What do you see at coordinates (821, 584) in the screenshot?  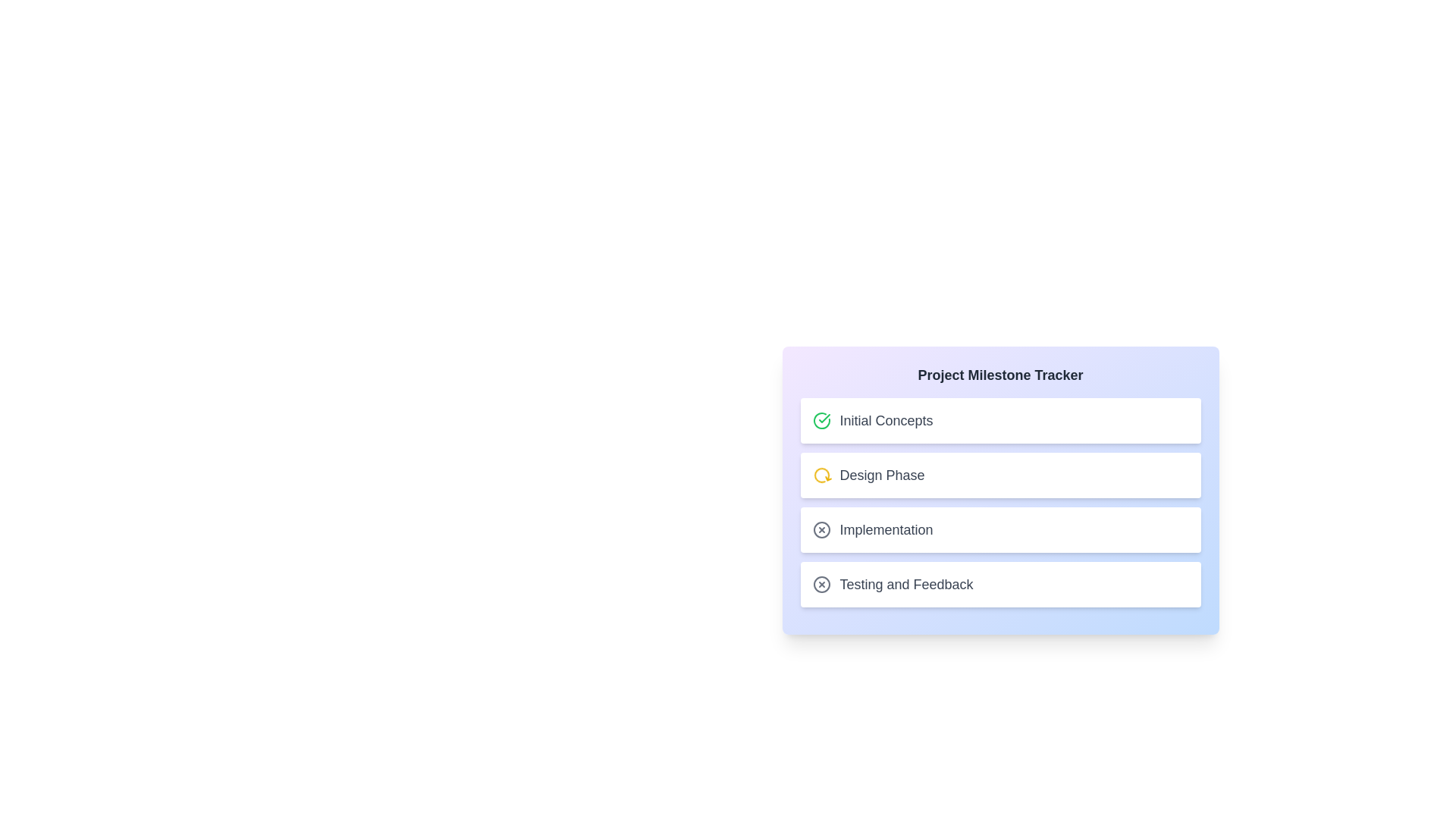 I see `the circular glyph icon with an embedded 'X' shape that indicates the incomplete or failed status of the 'Testing and Feedback' milestone in the Project Milestone Tracker` at bounding box center [821, 584].